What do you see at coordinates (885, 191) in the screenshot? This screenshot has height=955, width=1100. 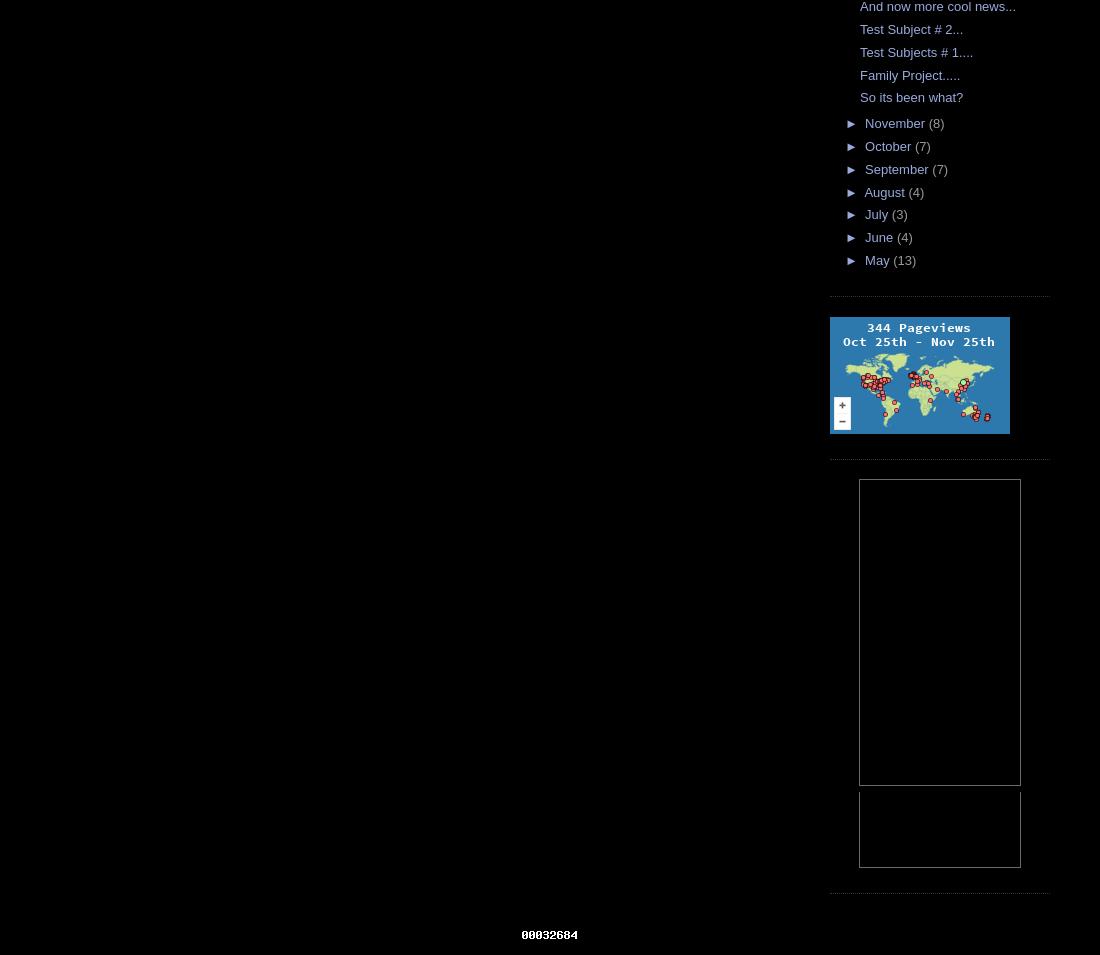 I see `'August'` at bounding box center [885, 191].